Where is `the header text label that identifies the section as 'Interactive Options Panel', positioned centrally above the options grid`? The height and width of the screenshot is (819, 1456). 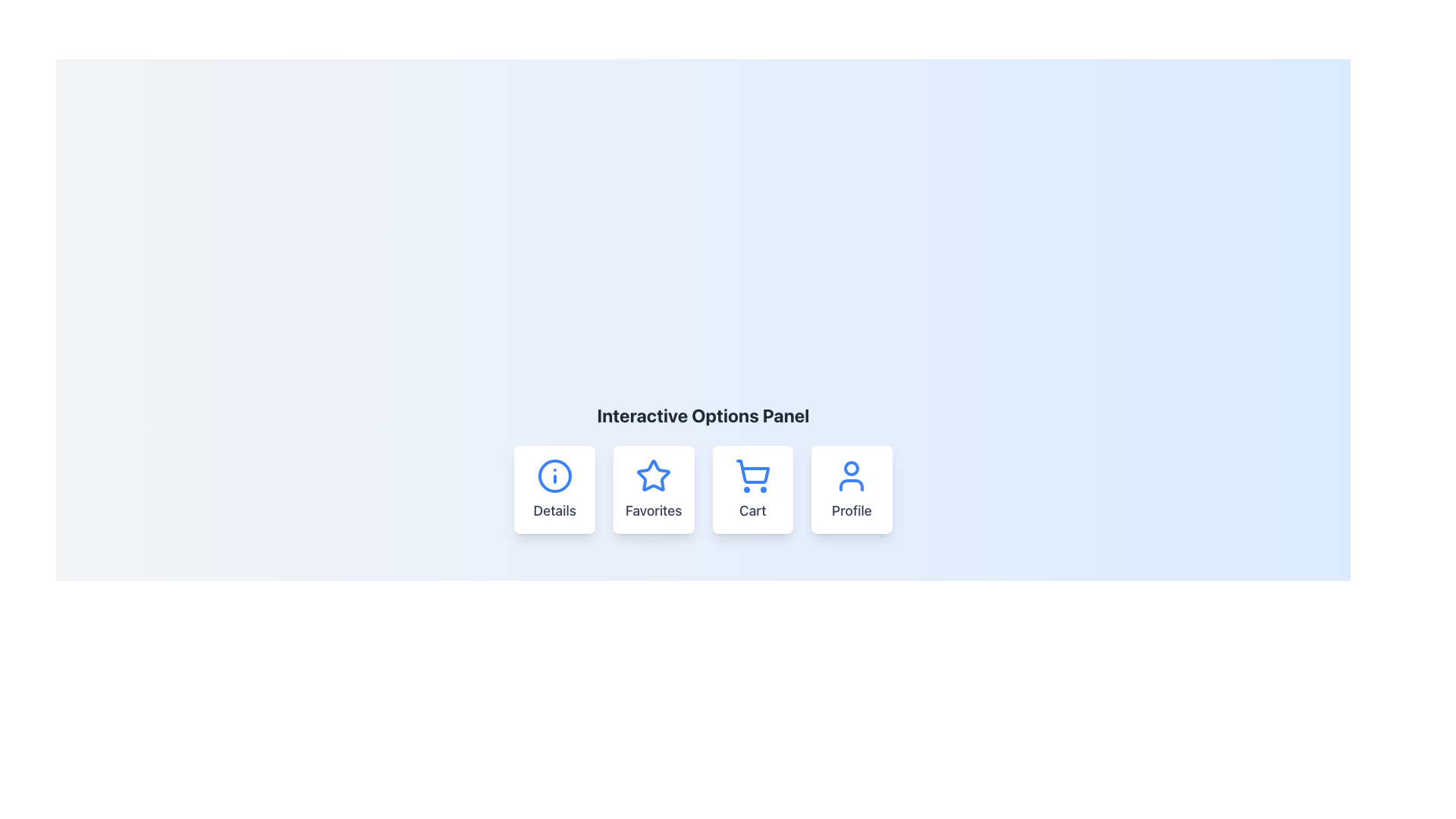 the header text label that identifies the section as 'Interactive Options Panel', positioned centrally above the options grid is located at coordinates (702, 415).